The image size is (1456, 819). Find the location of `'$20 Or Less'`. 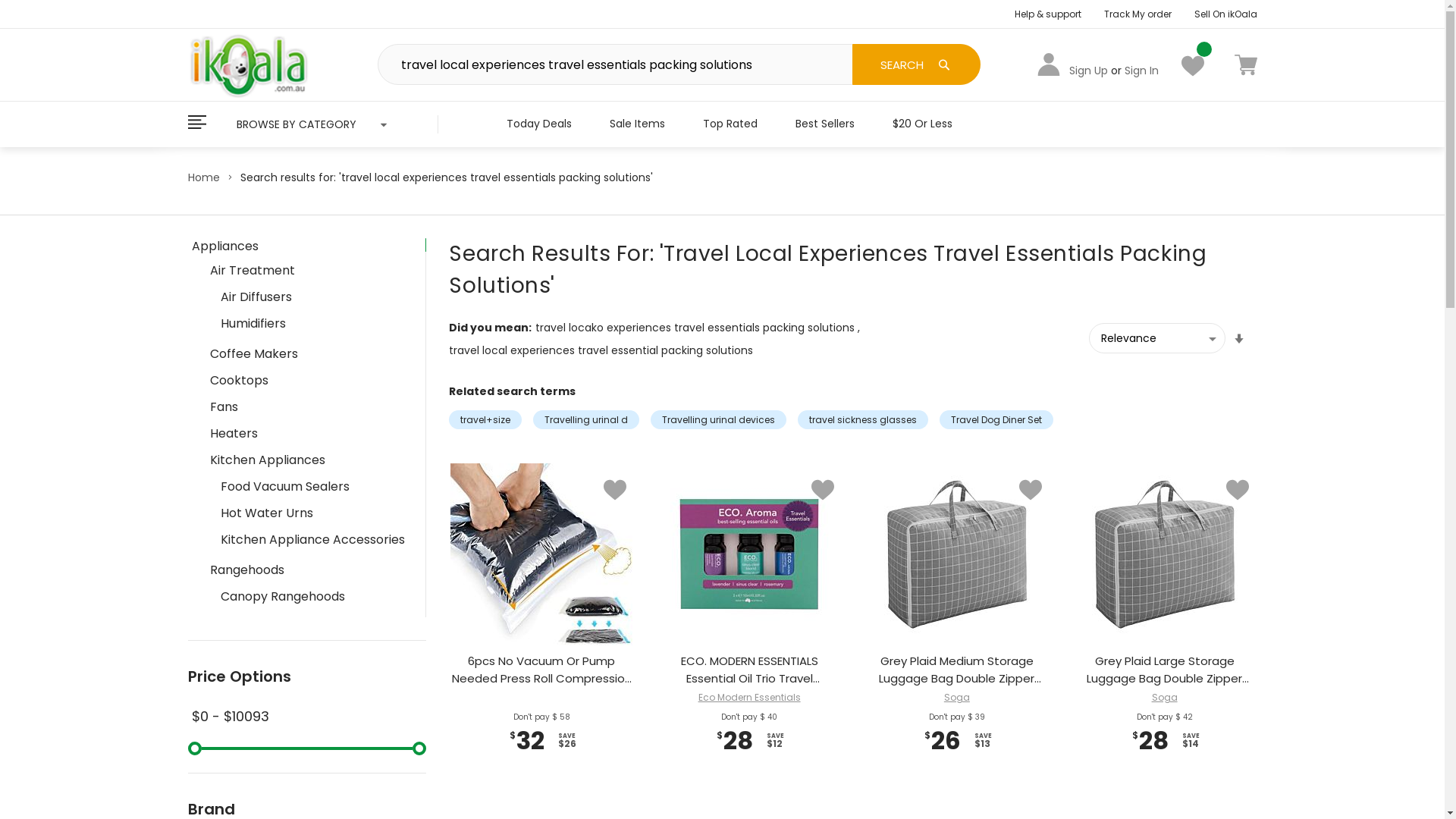

'$20 Or Less' is located at coordinates (874, 122).